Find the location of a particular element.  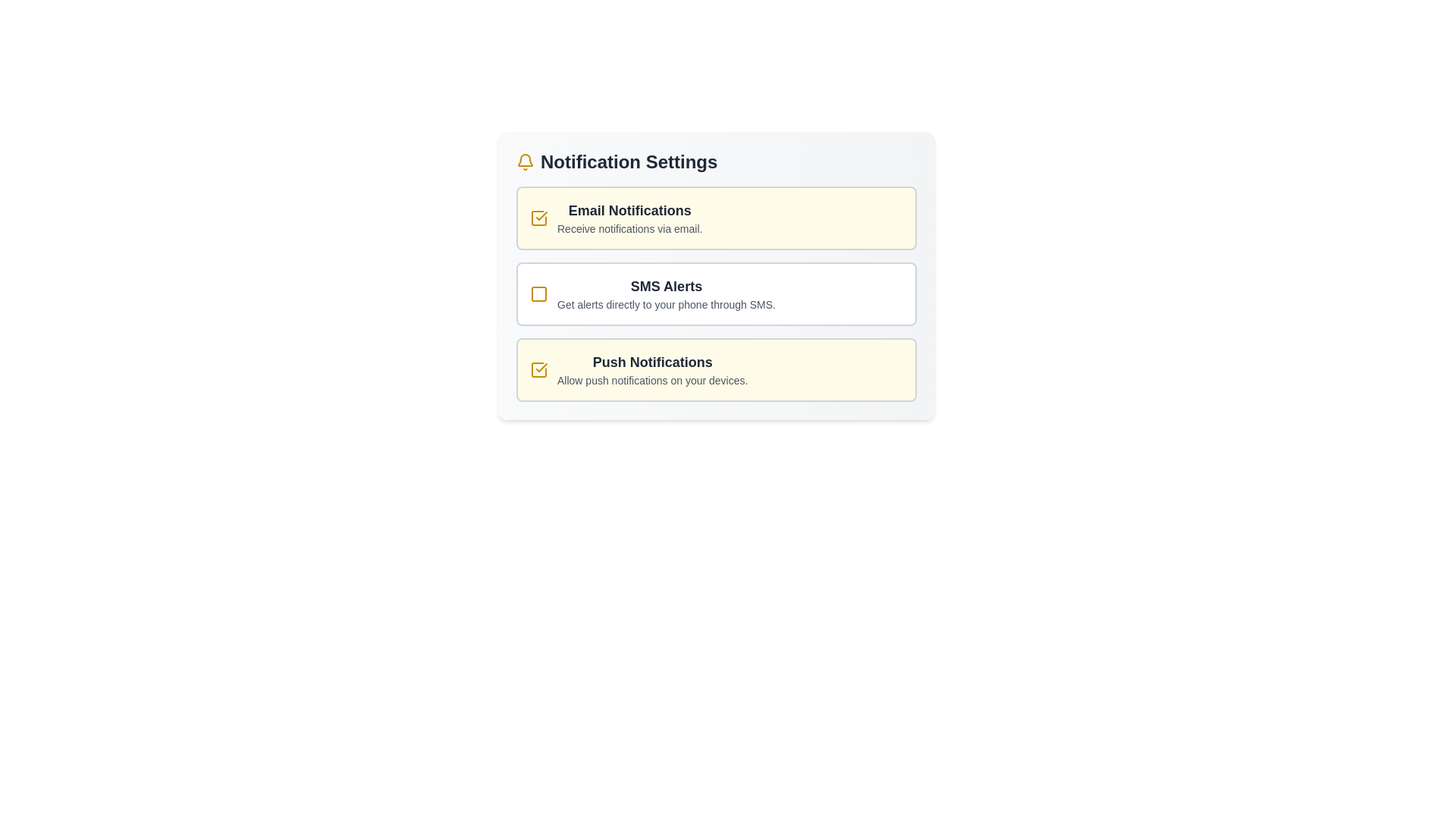

the yellow checkmark icon representing the selected state of the Checkbox located to the left of the 'Push Notifications' text is located at coordinates (538, 370).